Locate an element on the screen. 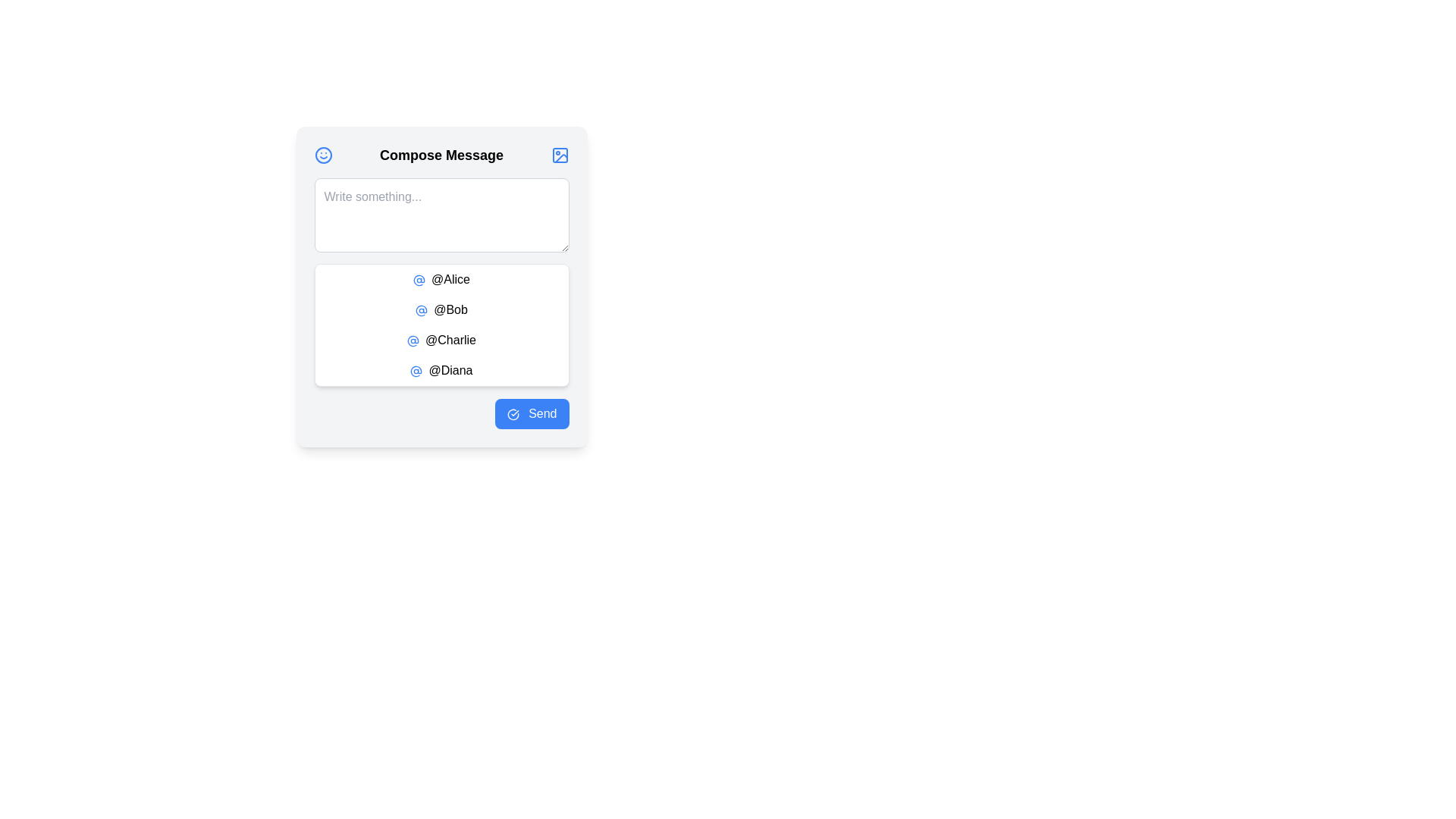 The height and width of the screenshot is (819, 1456). the SVG-based icon for the suggestion item '@Bob', which is located to the left of the text in the second suggestion of the dropdown list is located at coordinates (422, 309).